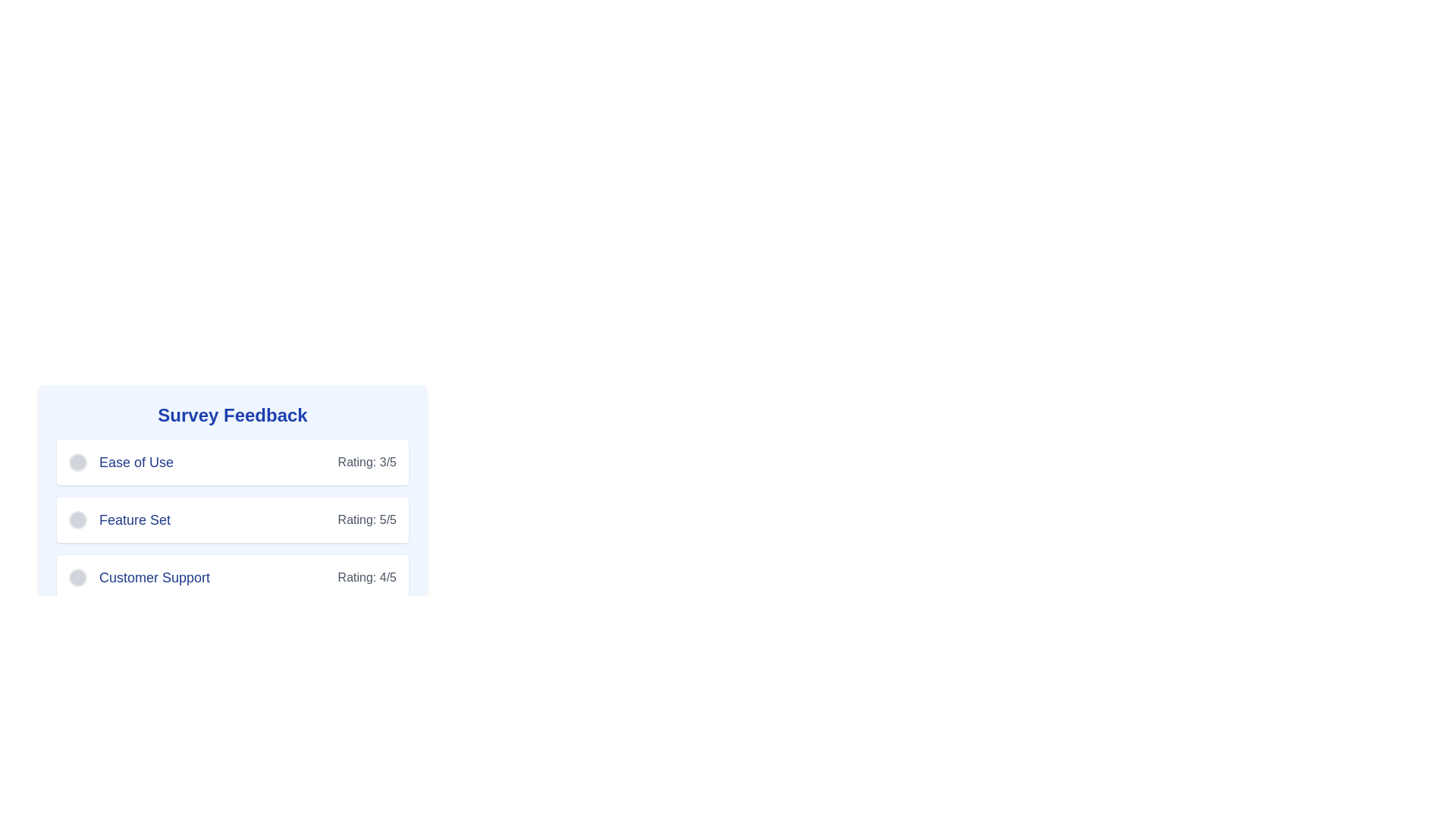  What do you see at coordinates (140, 578) in the screenshot?
I see `the circular icon of the third feedback item for 'Customer Support' in the survey feedback section` at bounding box center [140, 578].